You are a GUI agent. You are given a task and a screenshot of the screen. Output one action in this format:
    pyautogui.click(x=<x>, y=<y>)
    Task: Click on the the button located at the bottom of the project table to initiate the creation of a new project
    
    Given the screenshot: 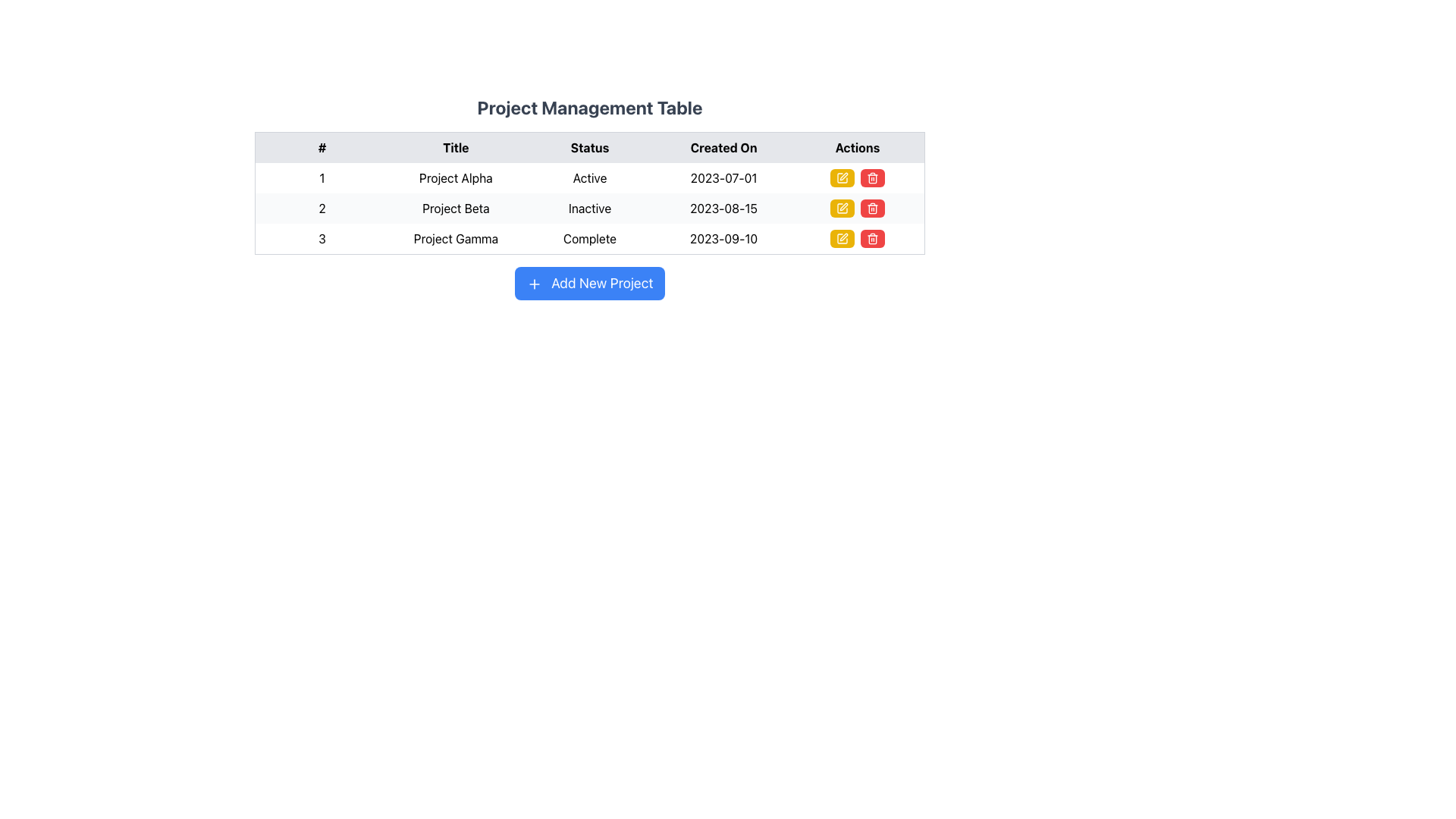 What is the action you would take?
    pyautogui.click(x=588, y=284)
    